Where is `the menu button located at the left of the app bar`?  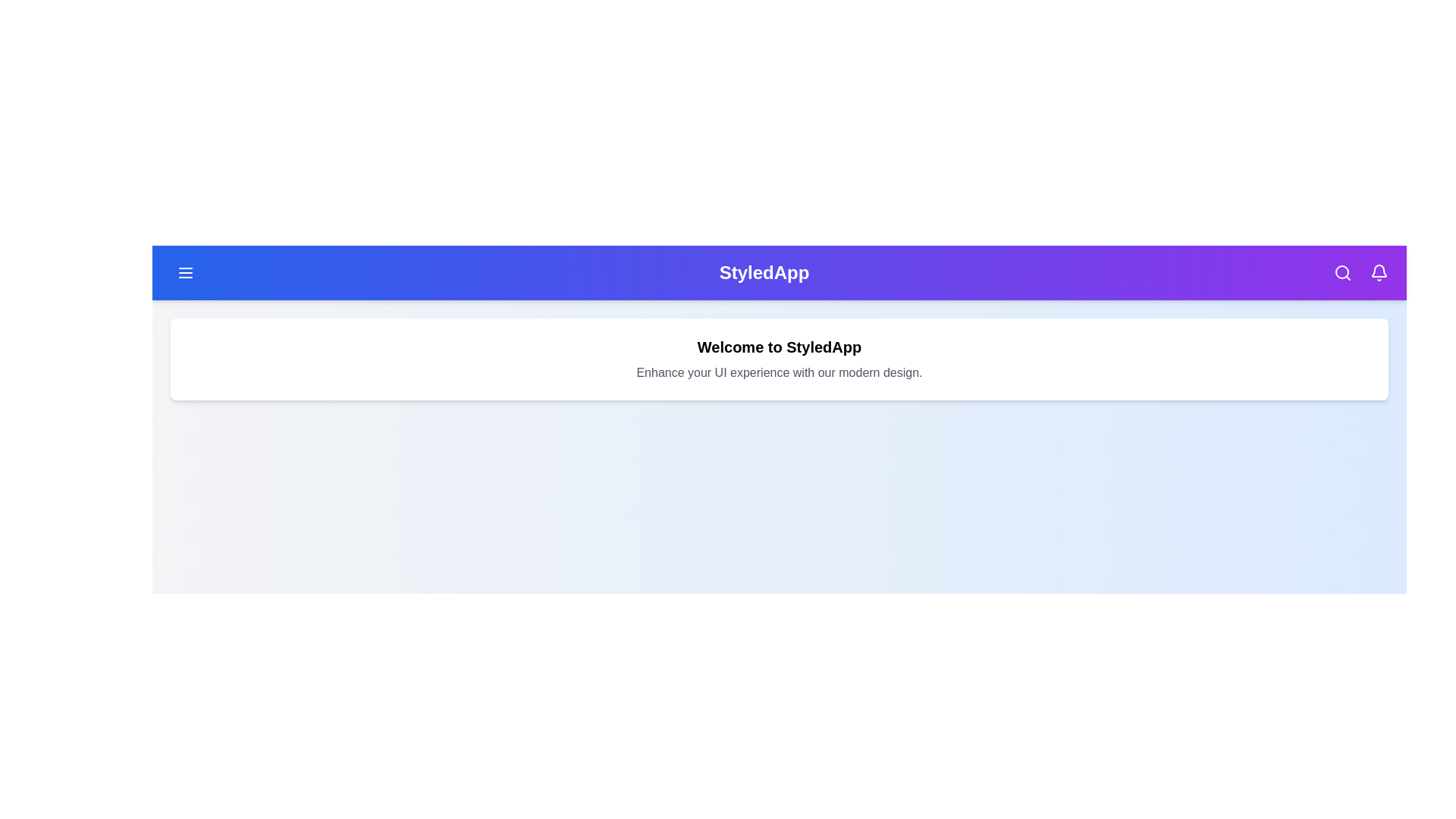 the menu button located at the left of the app bar is located at coordinates (184, 271).